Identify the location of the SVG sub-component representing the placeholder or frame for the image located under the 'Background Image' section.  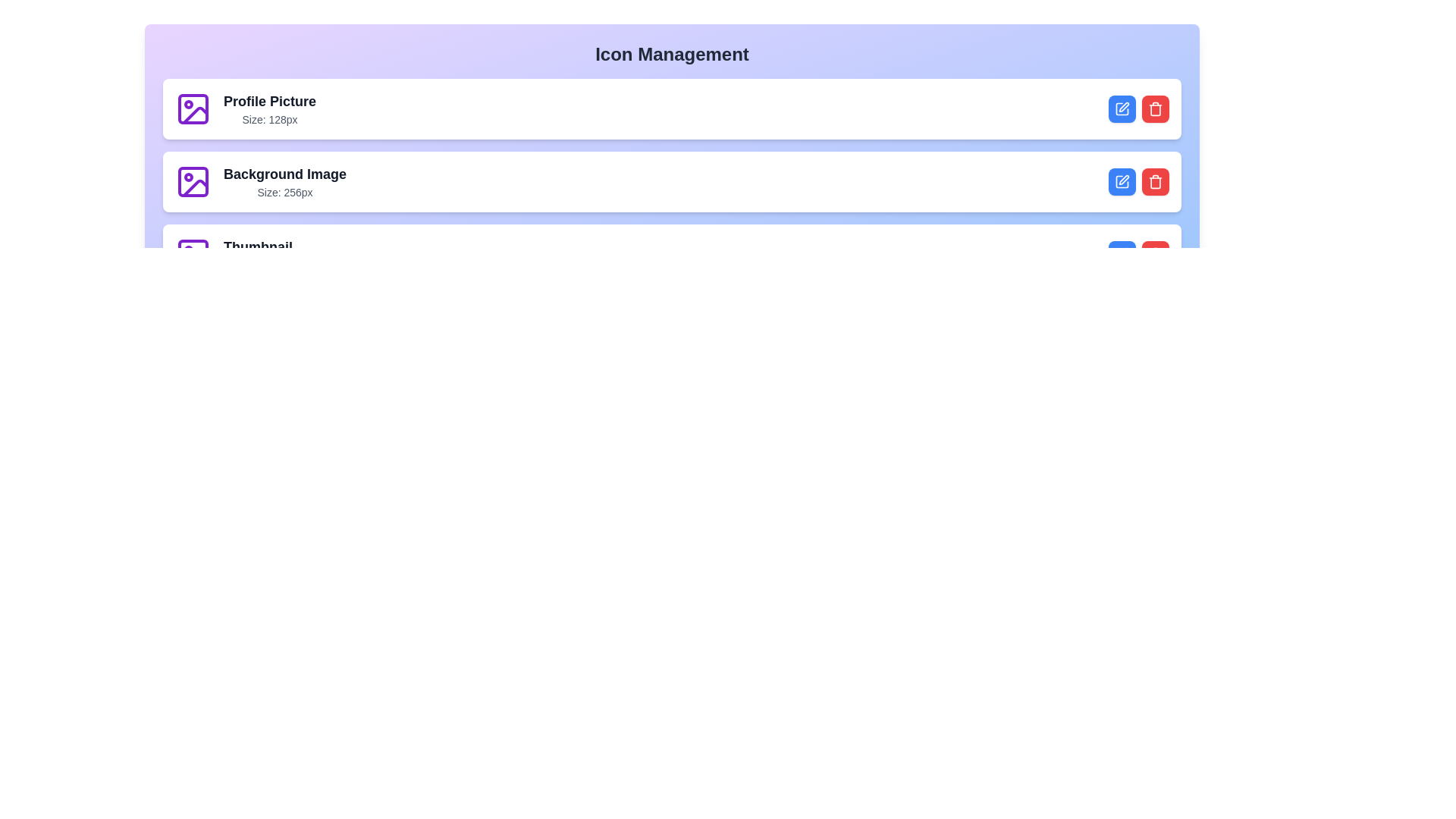
(192, 180).